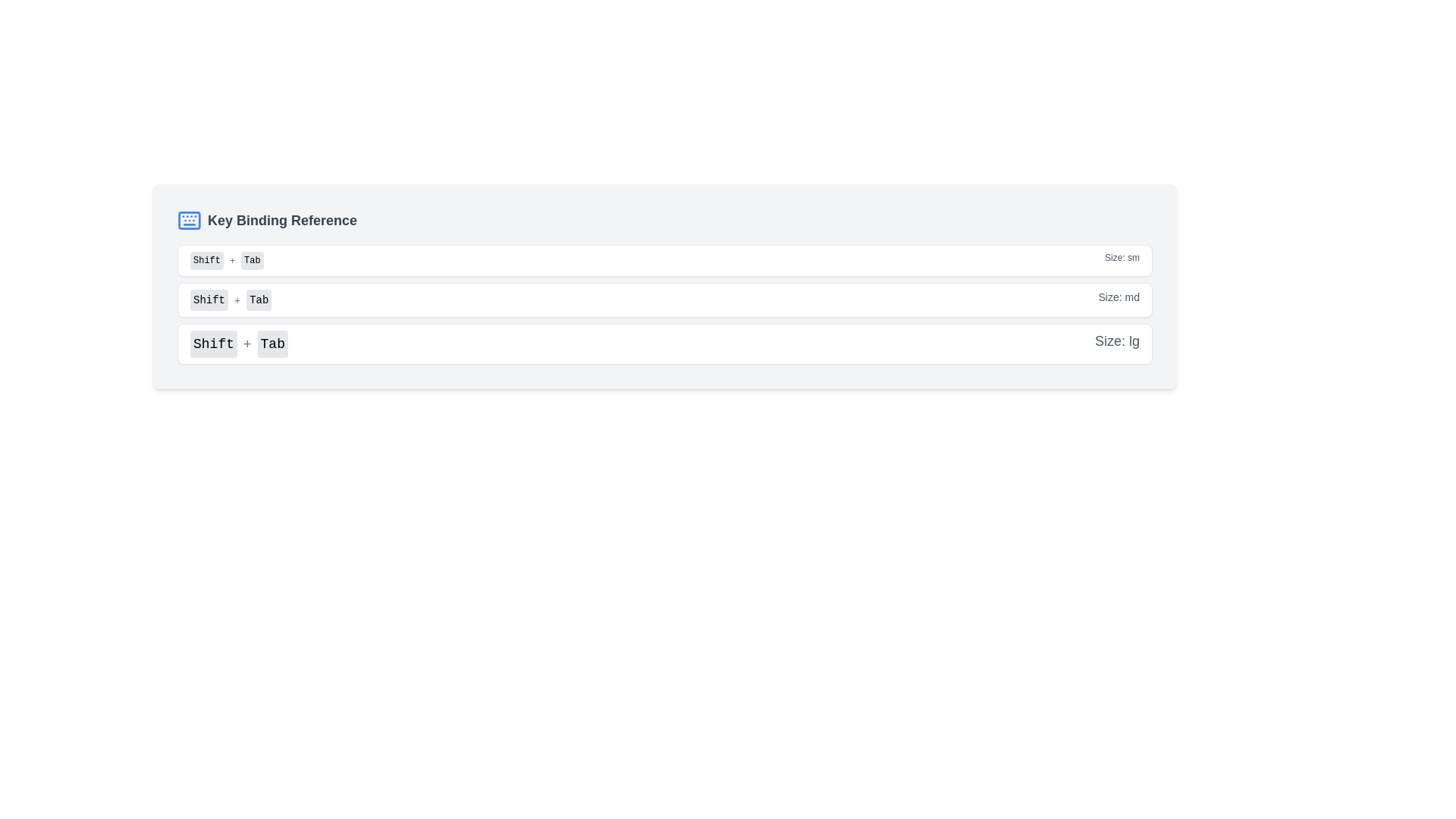  I want to click on the static display button representing the 'Shift' key, which is located to the left of a '+' symbol and the 'Tab' button in the third row of a vertical list, so click(213, 344).